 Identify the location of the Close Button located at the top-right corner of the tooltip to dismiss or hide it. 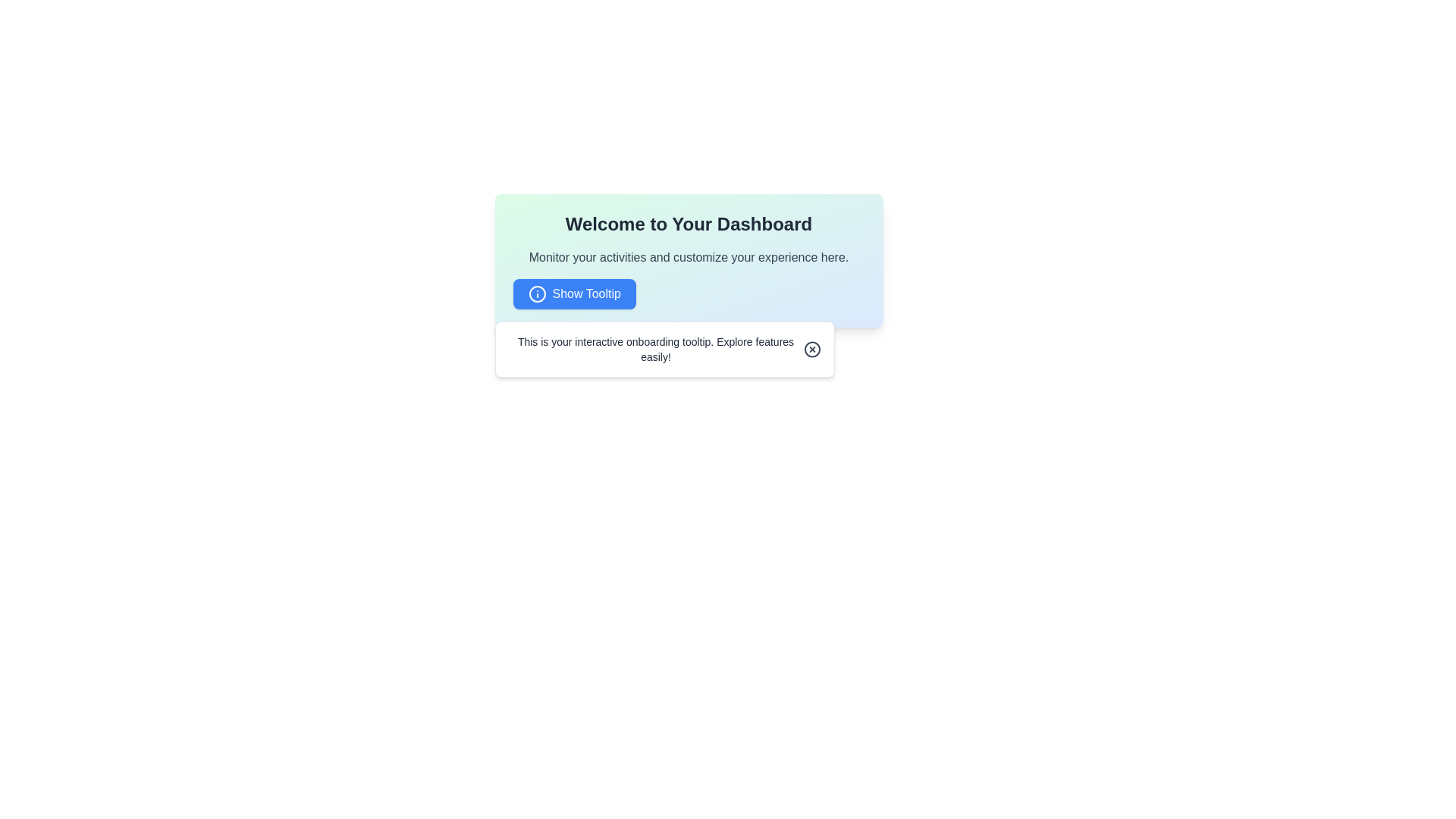
(811, 350).